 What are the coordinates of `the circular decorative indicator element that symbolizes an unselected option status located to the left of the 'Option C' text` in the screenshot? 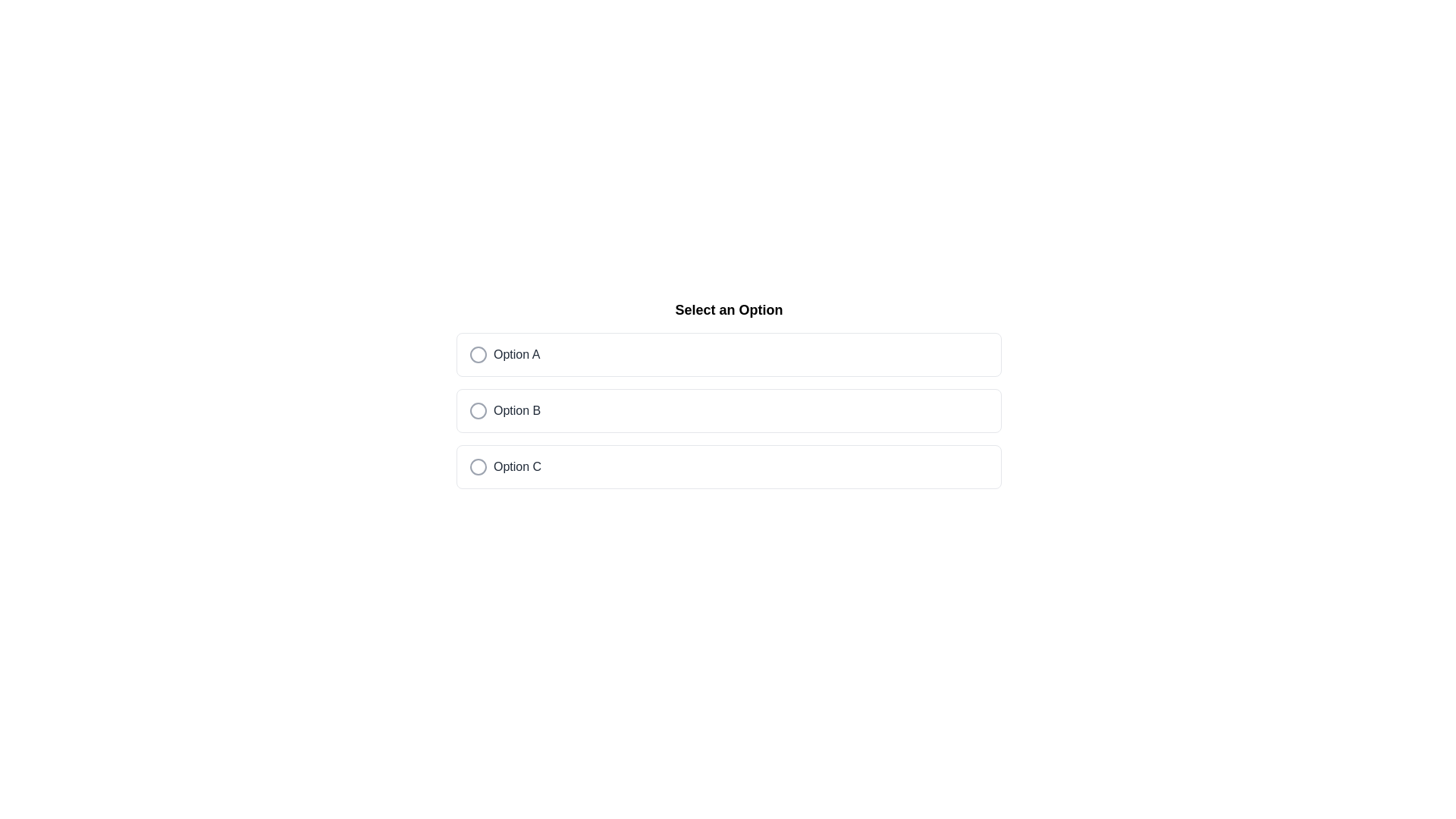 It's located at (477, 466).